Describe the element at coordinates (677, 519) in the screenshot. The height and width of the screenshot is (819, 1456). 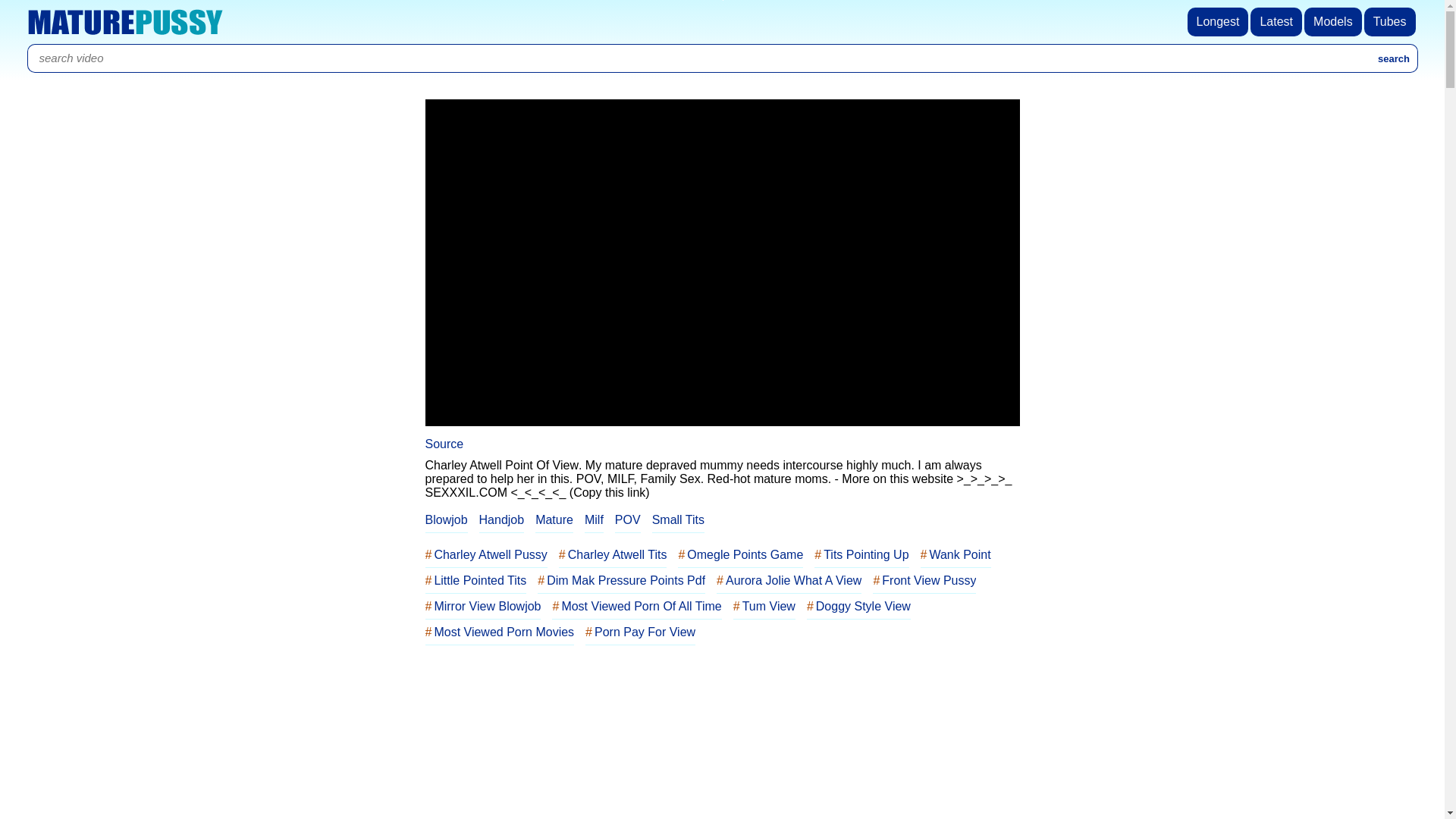
I see `'Small Tits'` at that location.